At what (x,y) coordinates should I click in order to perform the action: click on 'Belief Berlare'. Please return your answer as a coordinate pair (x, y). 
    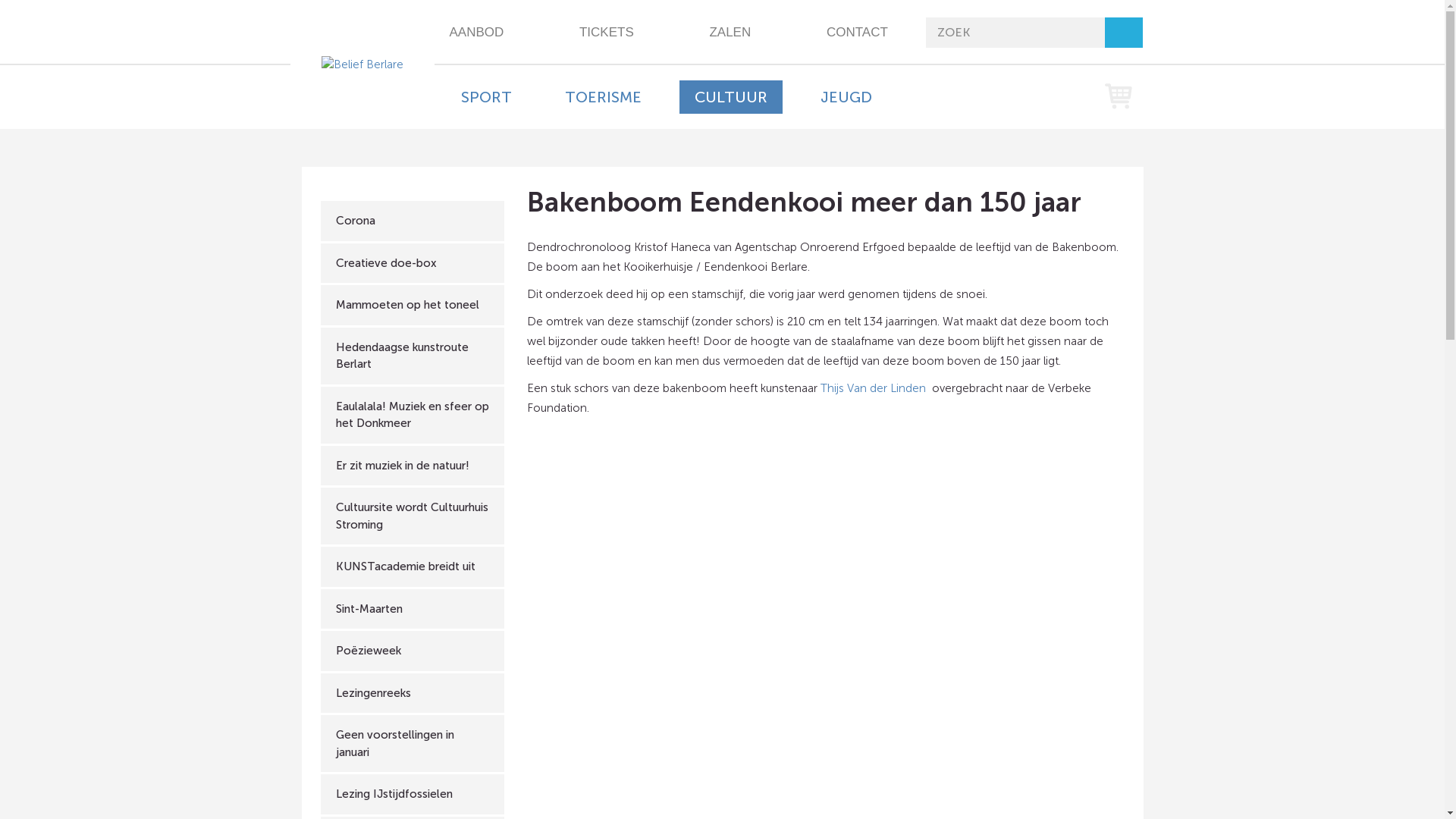
    Looking at the image, I should click on (362, 63).